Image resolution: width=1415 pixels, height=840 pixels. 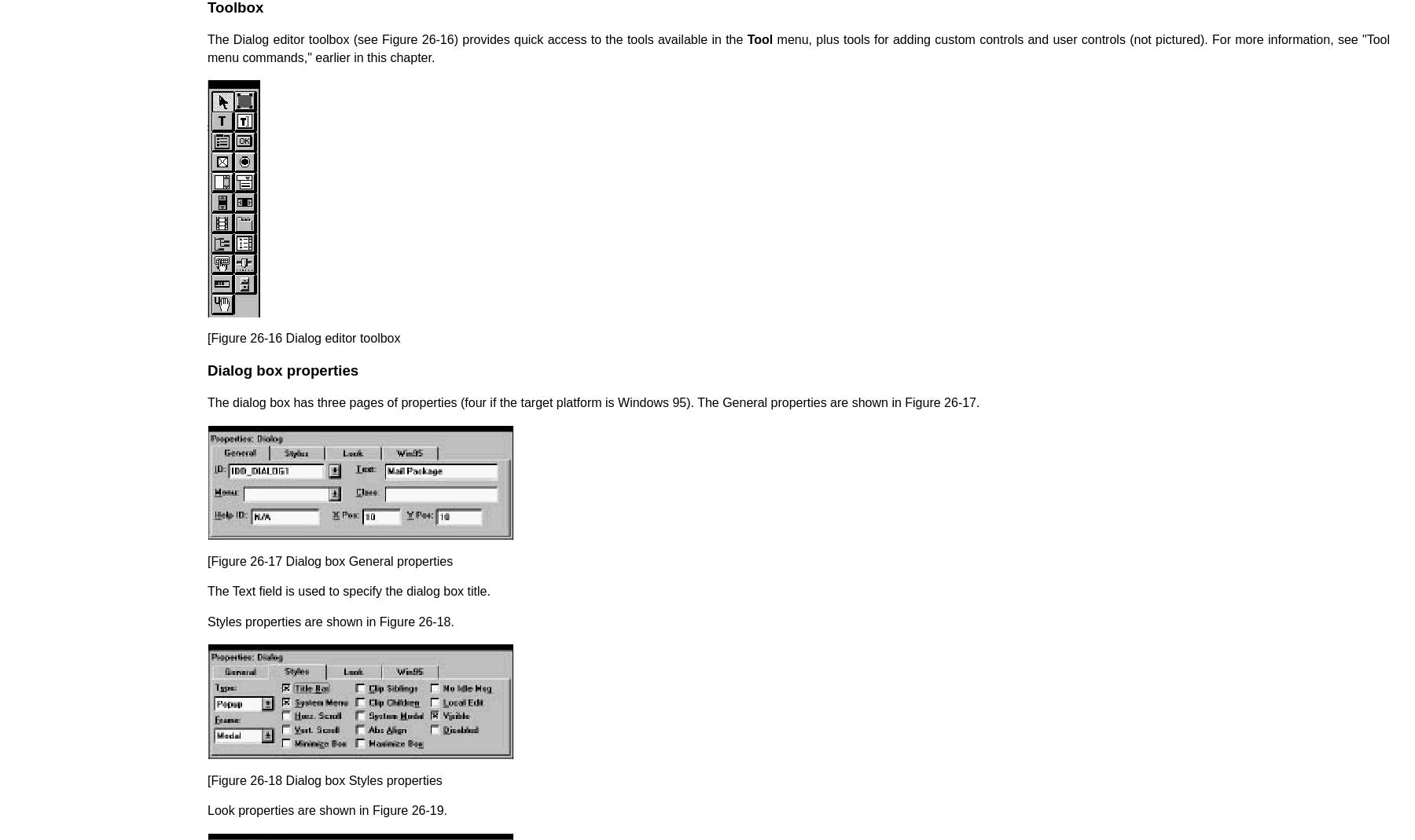 I want to click on 'Dialog box properties', so click(x=283, y=369).